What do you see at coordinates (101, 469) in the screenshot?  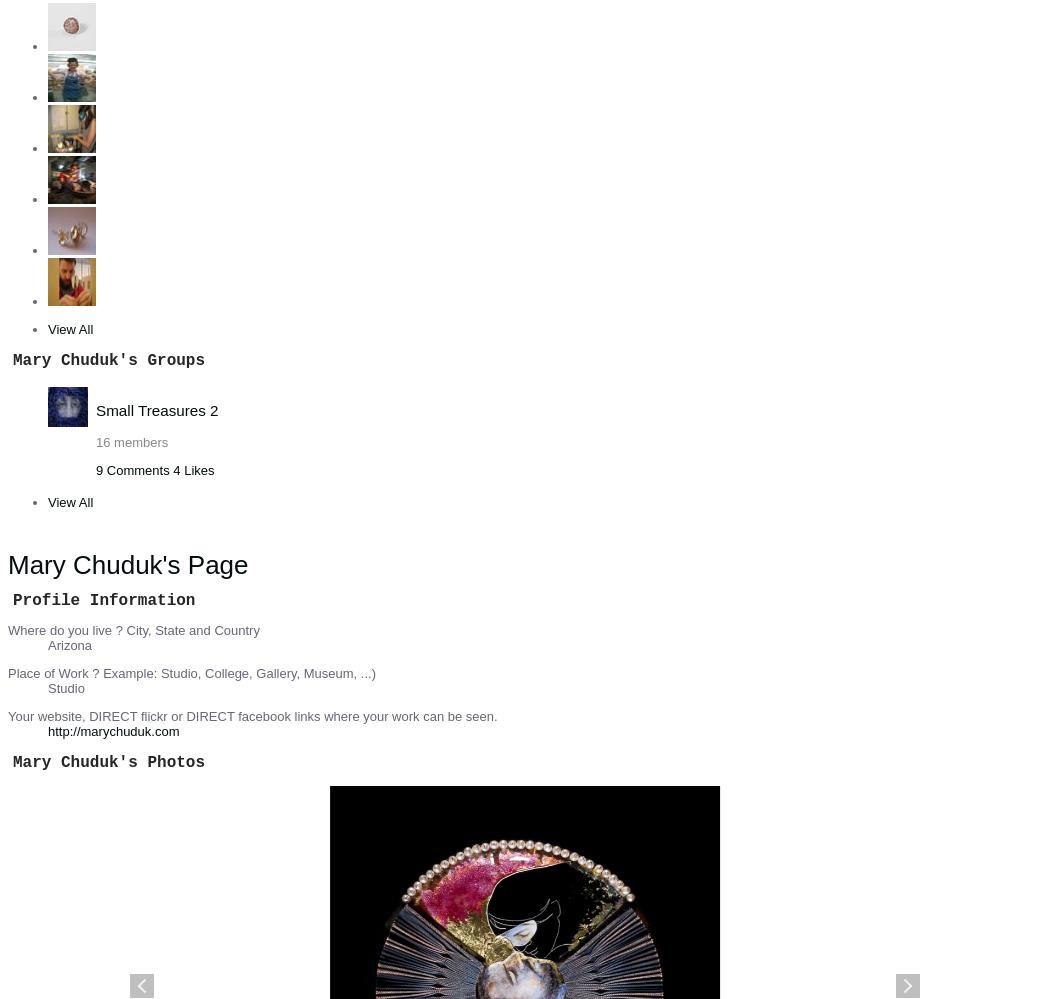 I see `'9'` at bounding box center [101, 469].